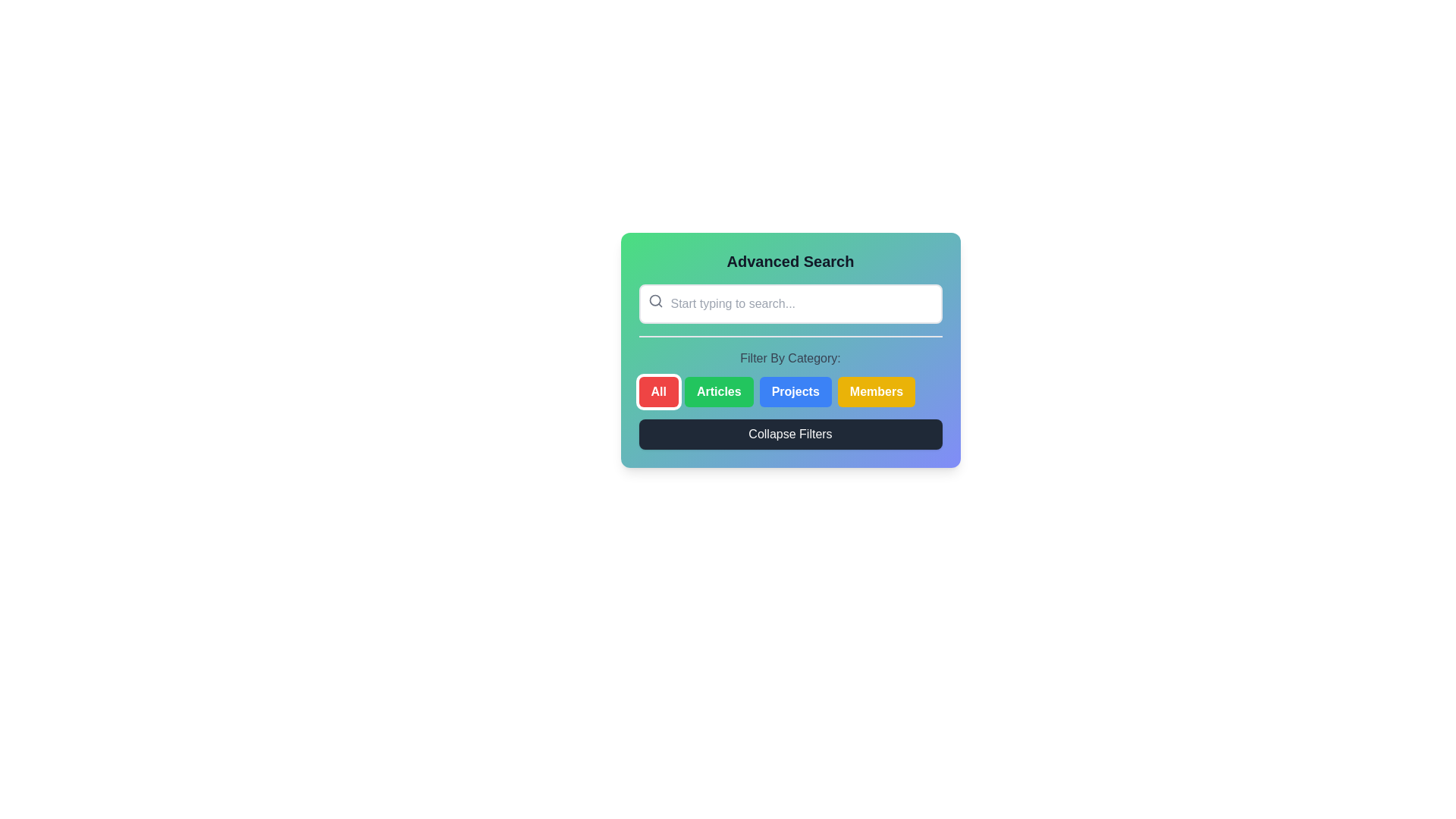 The image size is (1456, 819). I want to click on the 'Projects' button, which is a rectangular button with a blue background and white text, located, so click(789, 391).